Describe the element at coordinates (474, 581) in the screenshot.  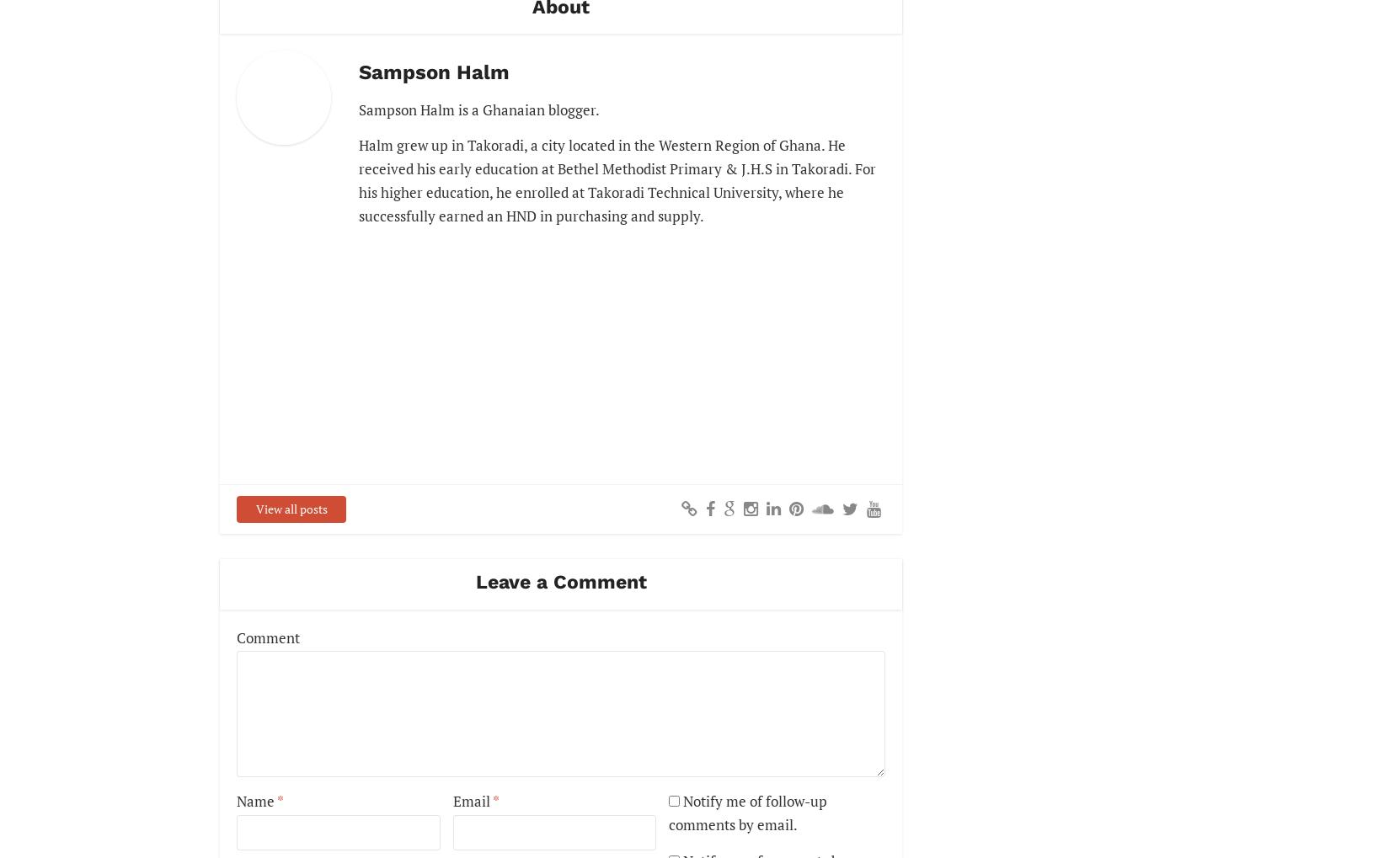
I see `'Leave a Comment'` at that location.